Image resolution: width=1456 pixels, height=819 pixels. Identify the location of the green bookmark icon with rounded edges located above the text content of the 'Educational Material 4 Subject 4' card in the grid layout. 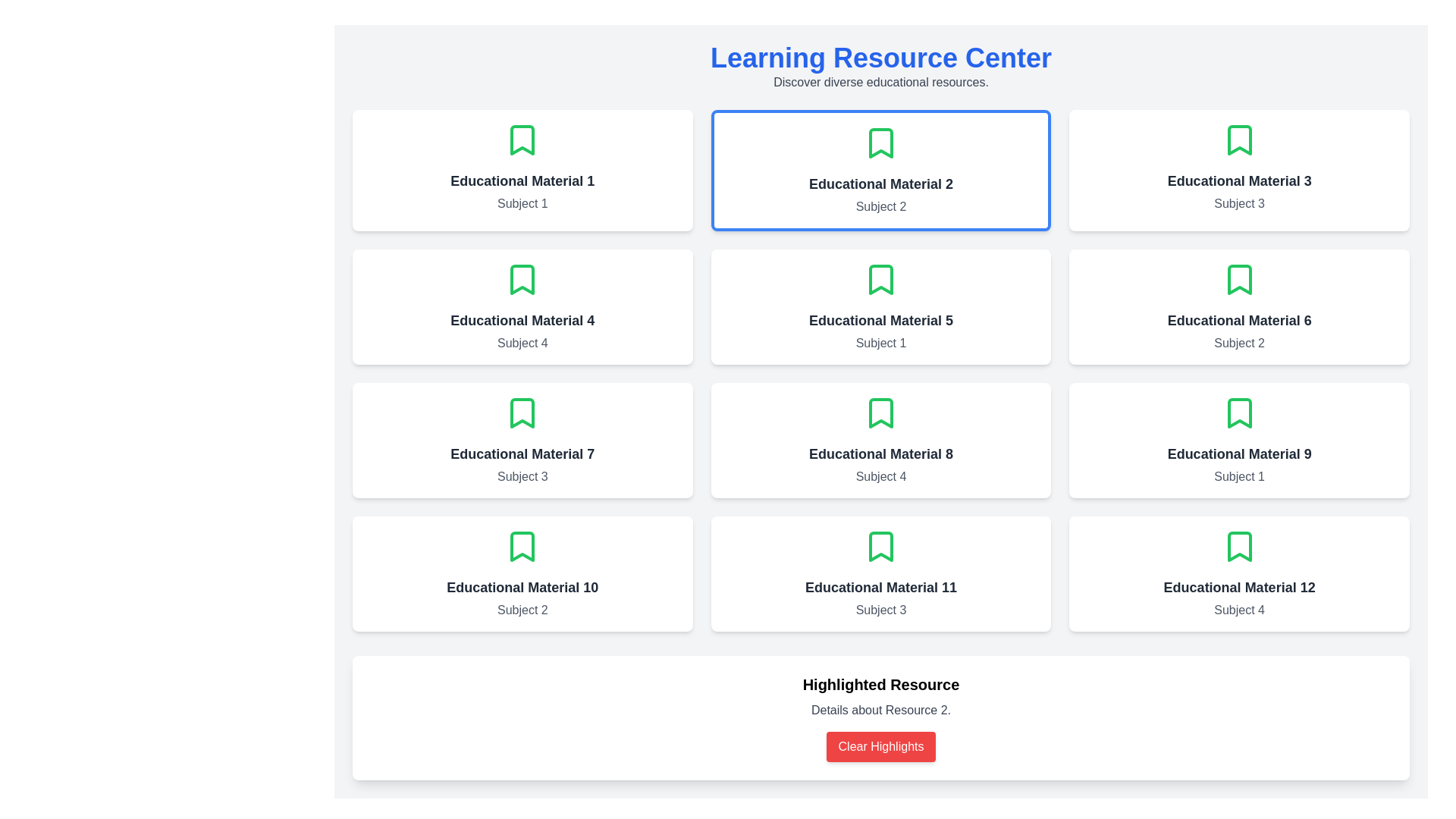
(522, 280).